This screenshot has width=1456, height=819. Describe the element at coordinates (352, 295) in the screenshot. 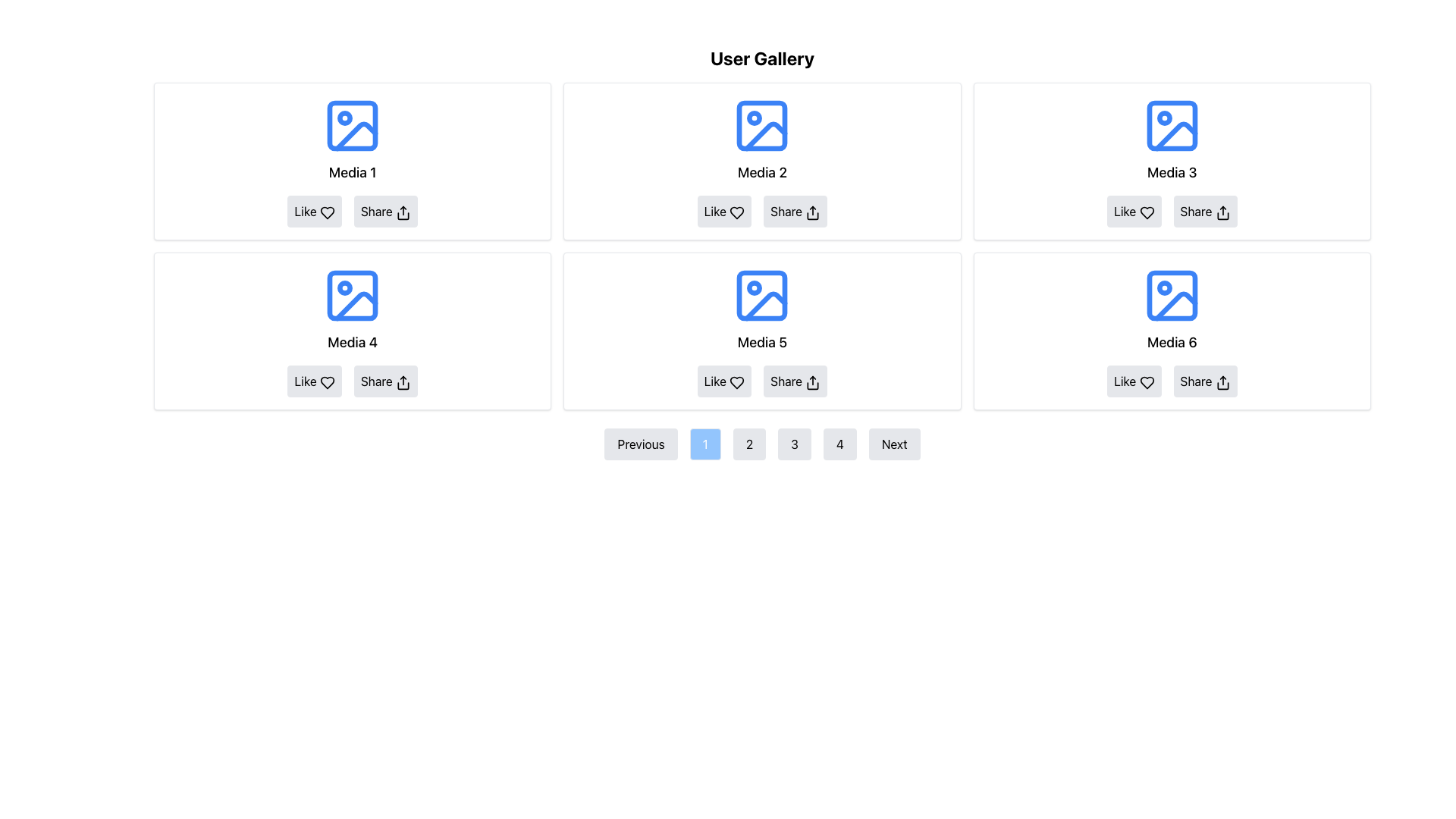

I see `the media icon for 'Media 4', which is located in the second row and first column of the media gallery grid` at that location.